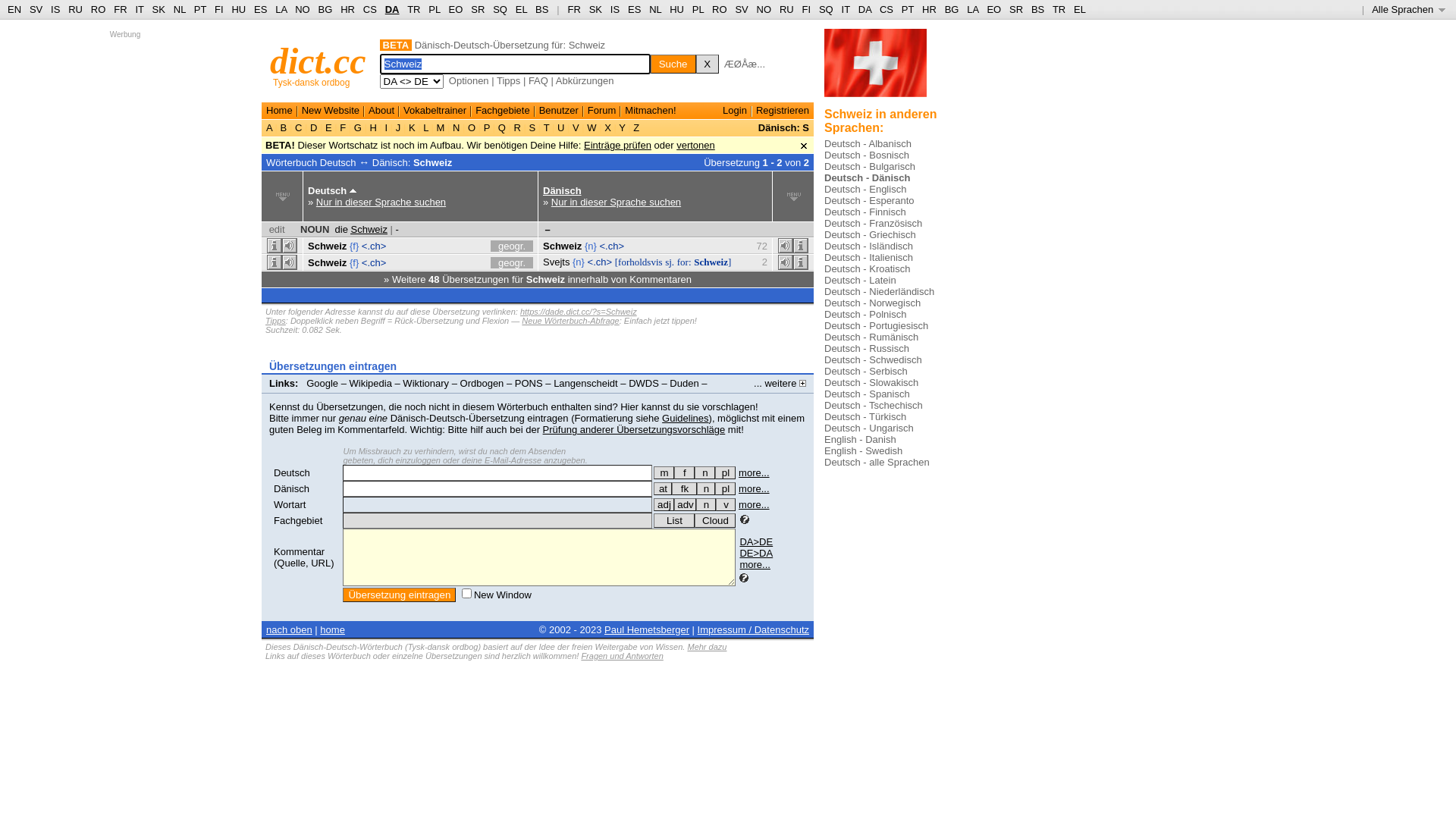 The height and width of the screenshot is (819, 1456). I want to click on 'Svejts', so click(555, 261).